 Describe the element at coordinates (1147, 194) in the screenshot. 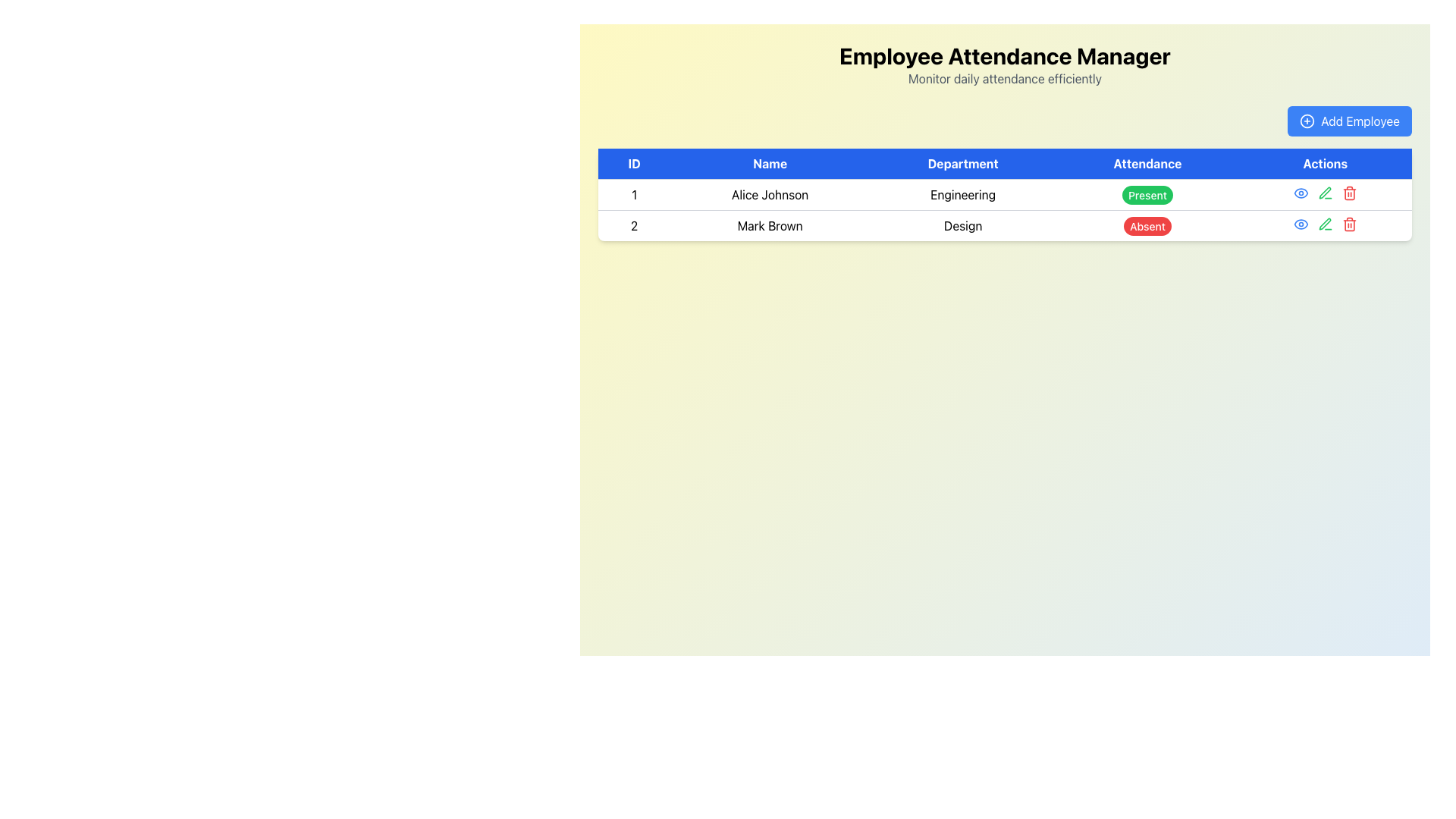

I see `the rounded rectangular badge with a bright green background and white bold text displaying 'Present', located in the first row of the 'Attendance' column for 'Alice Johnson' in the 'Engineering' department` at that location.